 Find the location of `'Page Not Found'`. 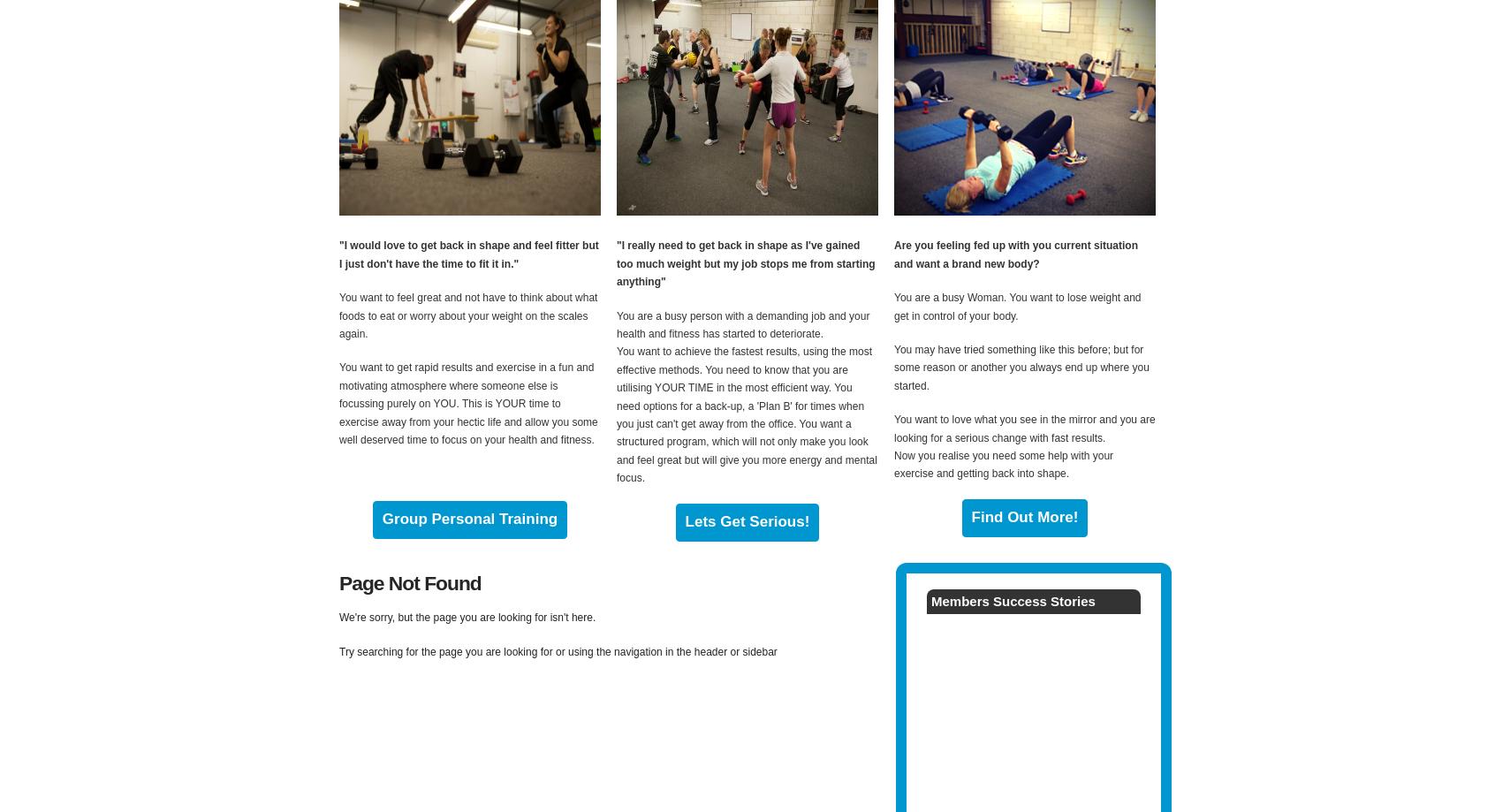

'Page Not Found' is located at coordinates (408, 581).